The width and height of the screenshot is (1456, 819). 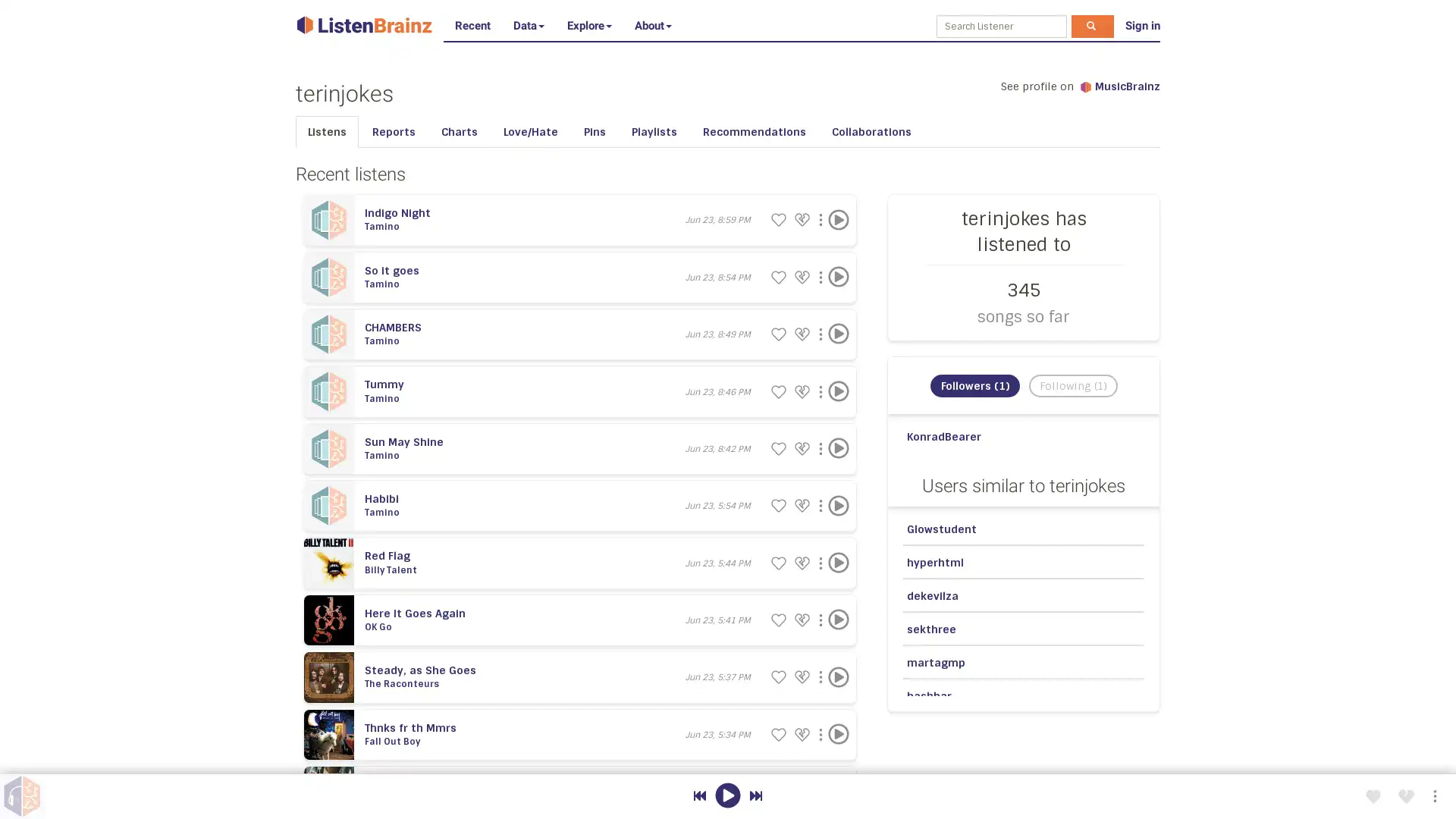 What do you see at coordinates (837, 506) in the screenshot?
I see `Play` at bounding box center [837, 506].